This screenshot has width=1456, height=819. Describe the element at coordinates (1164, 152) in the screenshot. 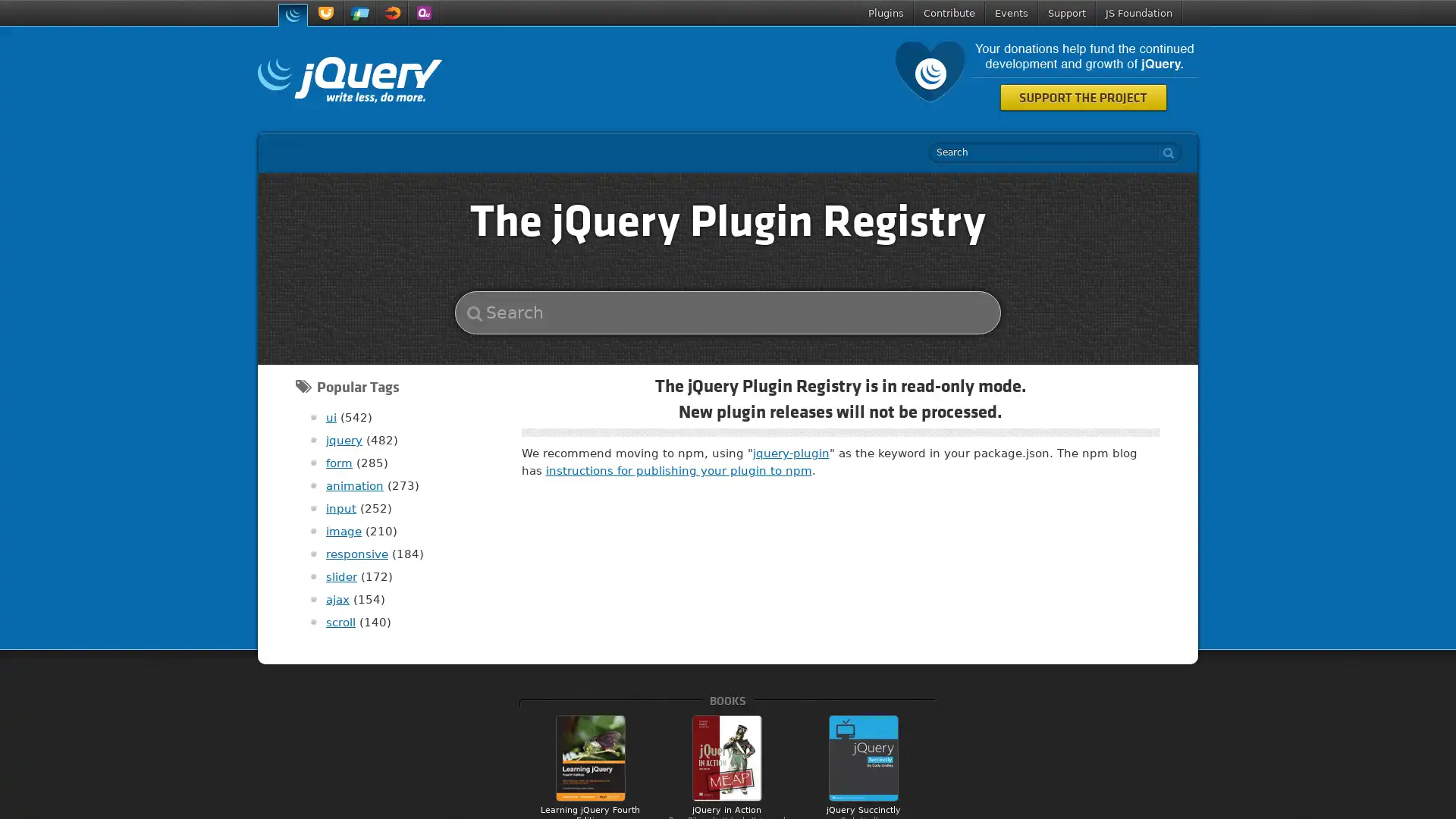

I see `search` at that location.